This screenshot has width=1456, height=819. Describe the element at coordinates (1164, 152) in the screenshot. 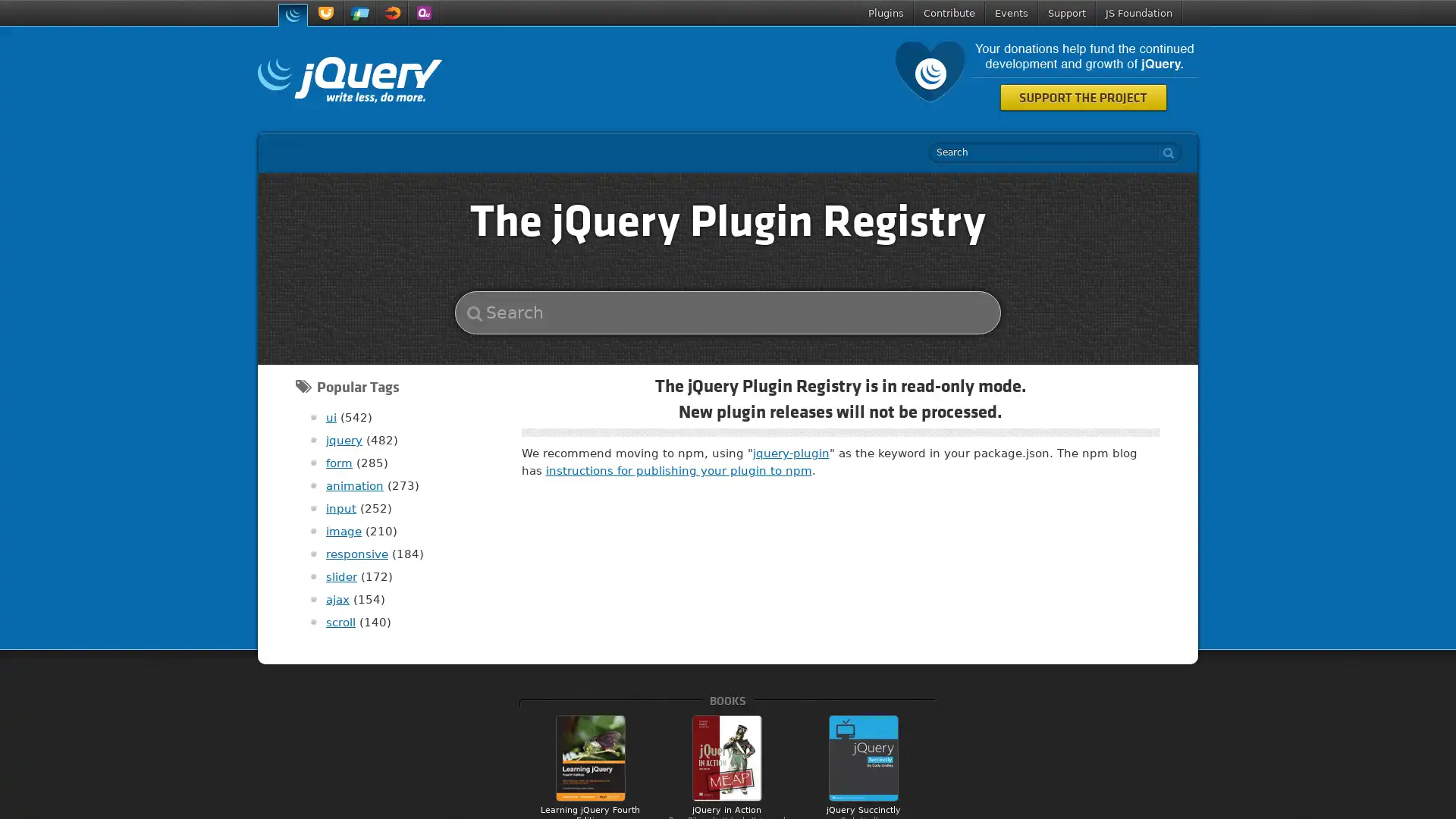

I see `search` at that location.